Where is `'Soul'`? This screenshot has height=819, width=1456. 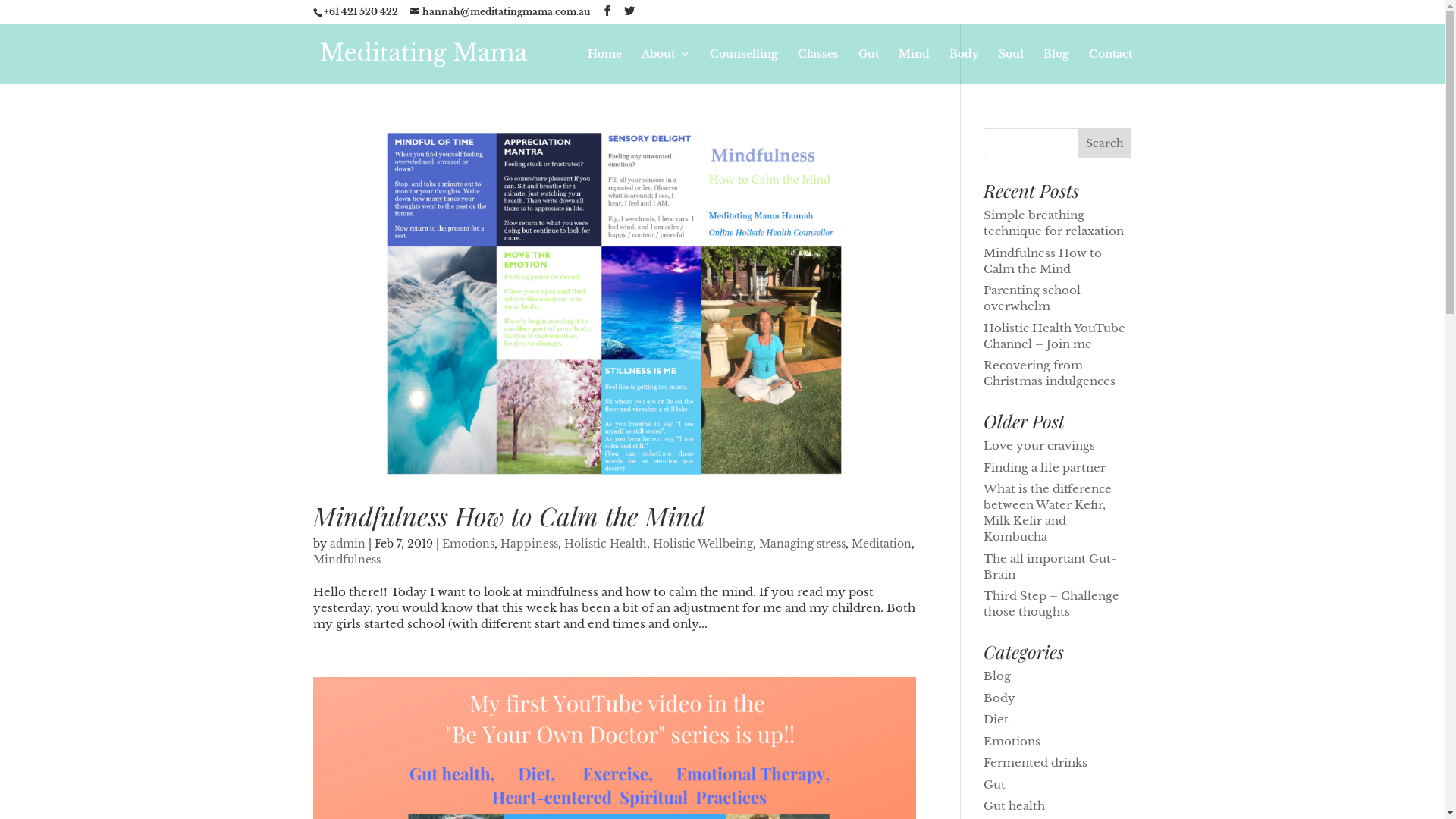 'Soul' is located at coordinates (1010, 65).